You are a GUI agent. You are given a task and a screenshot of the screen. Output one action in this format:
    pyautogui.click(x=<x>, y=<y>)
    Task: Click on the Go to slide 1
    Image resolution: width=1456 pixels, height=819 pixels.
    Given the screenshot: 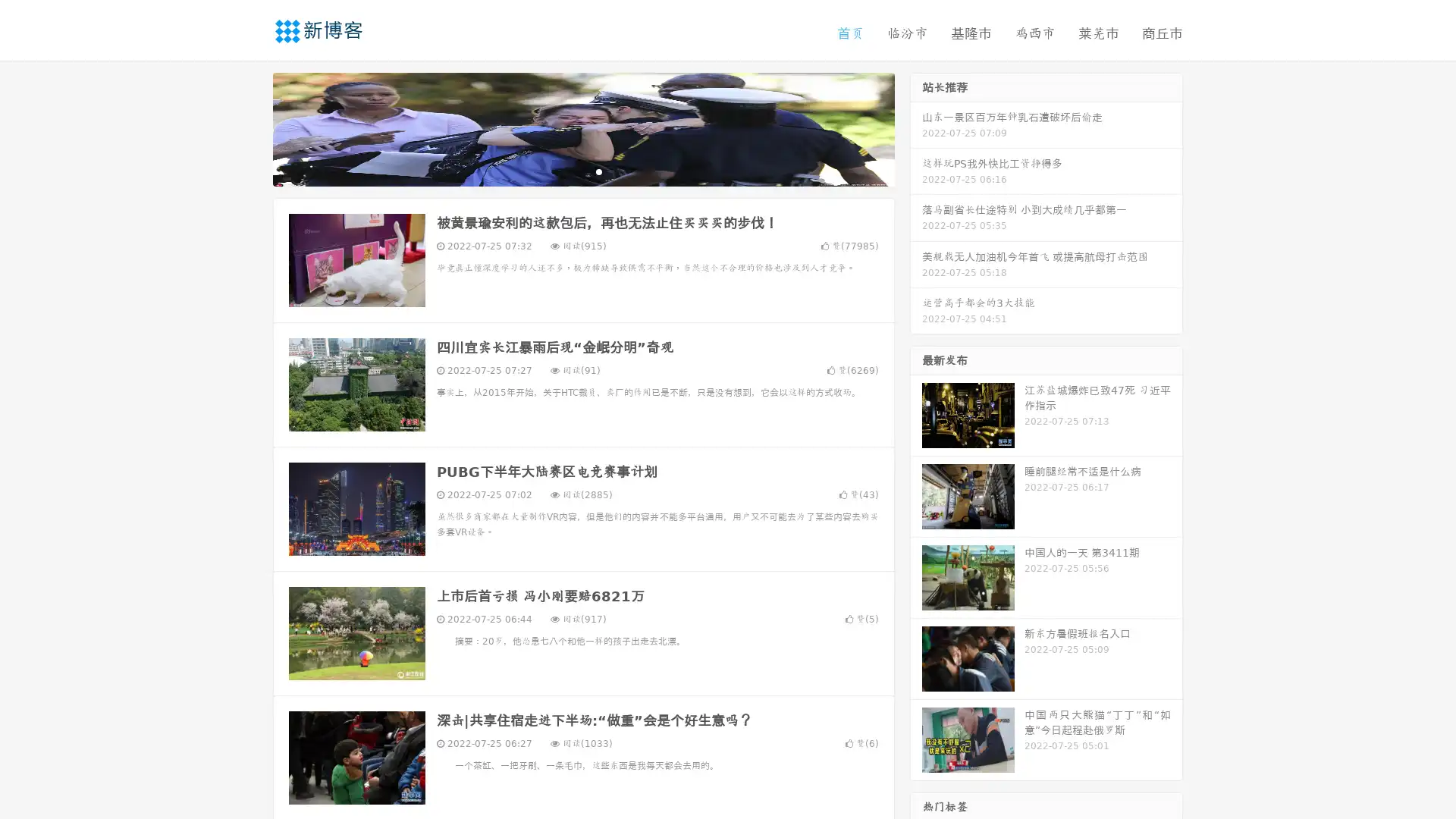 What is the action you would take?
    pyautogui.click(x=567, y=171)
    